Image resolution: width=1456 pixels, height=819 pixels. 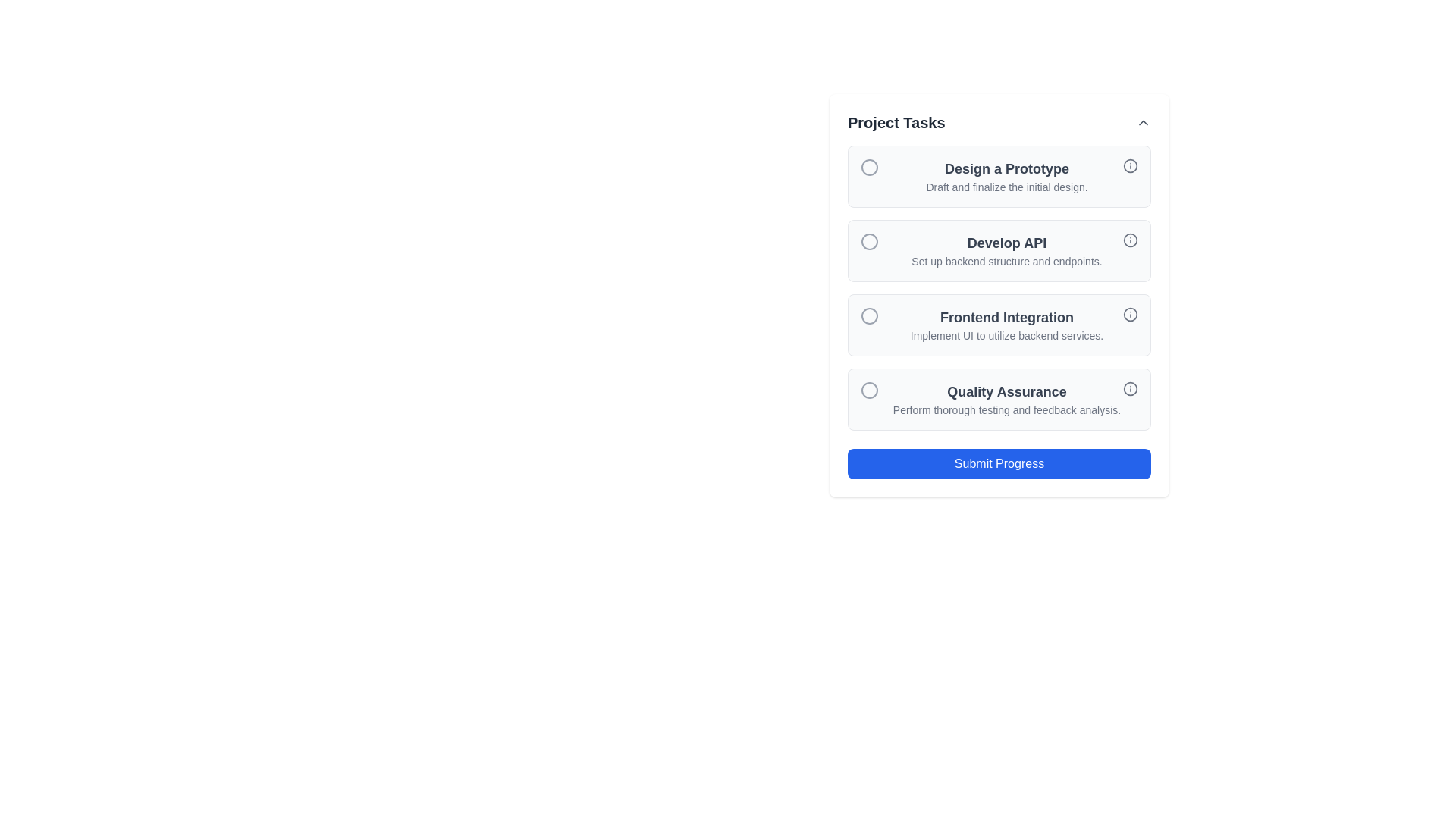 I want to click on the text element that serves as a subtitle for the task 'Frontend Integration,' positioned directly below the title and vertically centered within the third section of the task list, so click(x=1007, y=335).